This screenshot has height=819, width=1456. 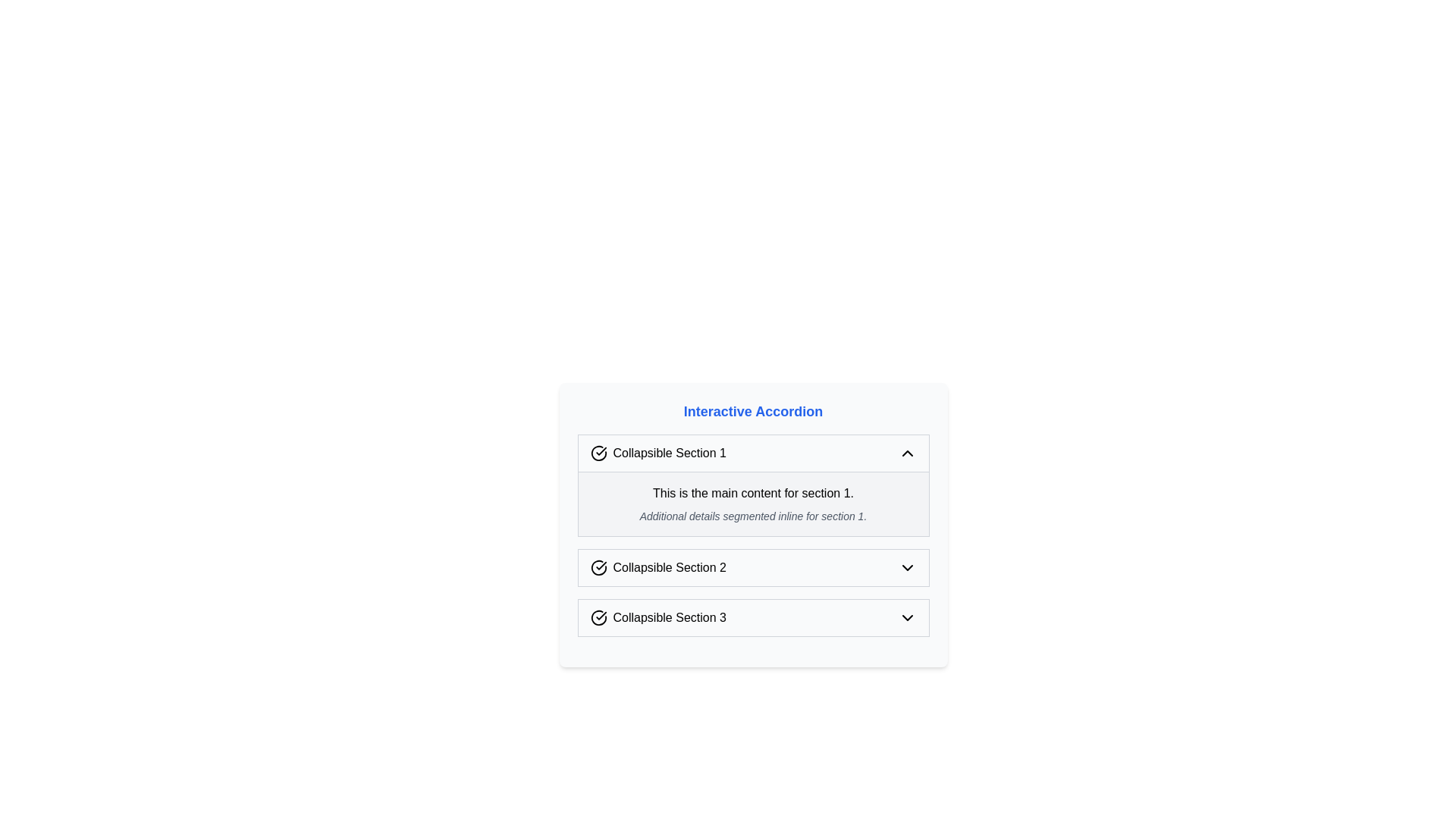 I want to click on the italicized Text label located in the first collapsible section titled 'Collapsible Section 1', which provides supplementary information as the second line of content, so click(x=753, y=516).